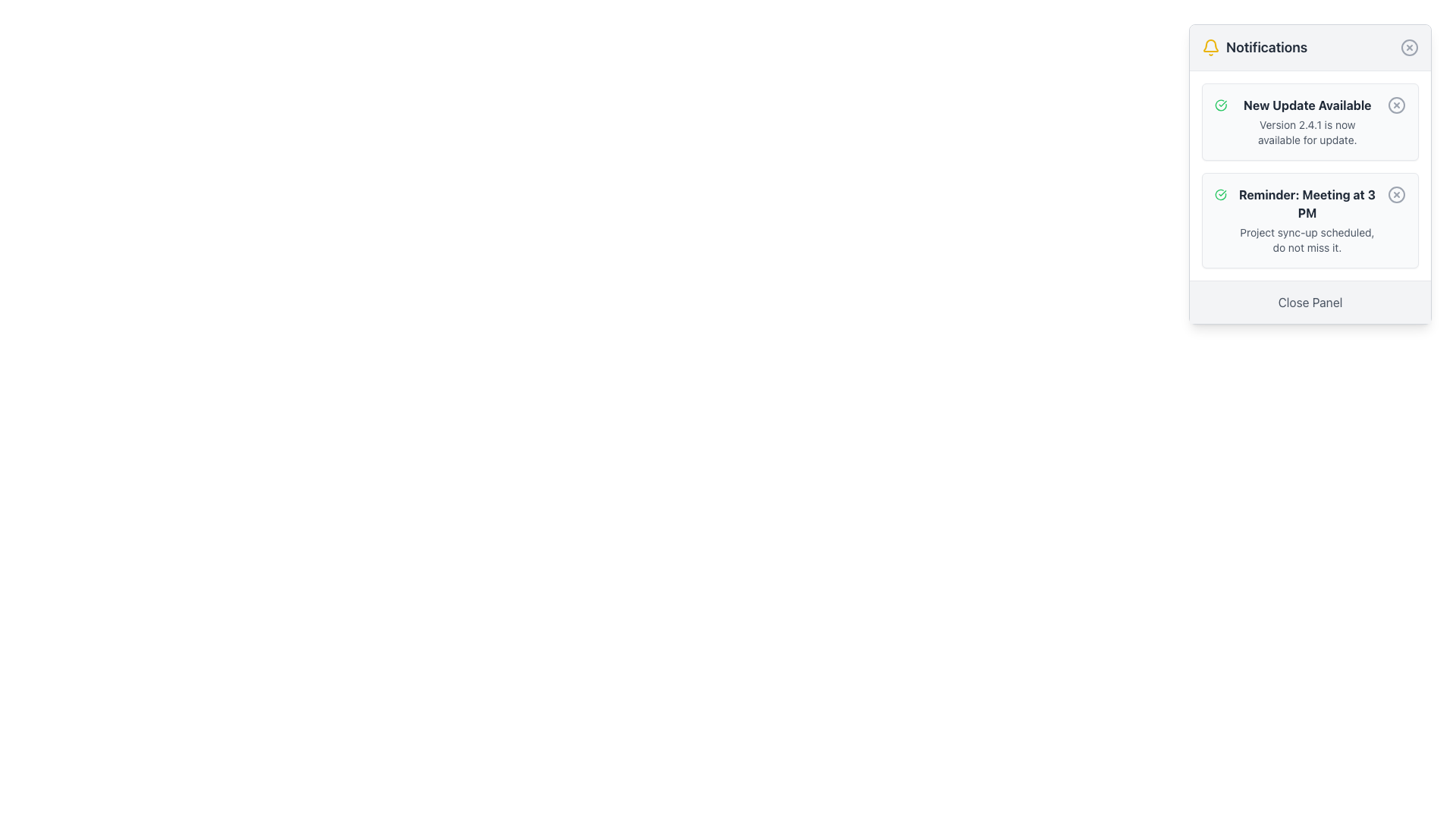  What do you see at coordinates (1220, 194) in the screenshot?
I see `the state of the circular success icon with a checkmark inside, located at the top-left corner of the notification card labeled 'Reminder: Meeting at 3 PM'` at bounding box center [1220, 194].